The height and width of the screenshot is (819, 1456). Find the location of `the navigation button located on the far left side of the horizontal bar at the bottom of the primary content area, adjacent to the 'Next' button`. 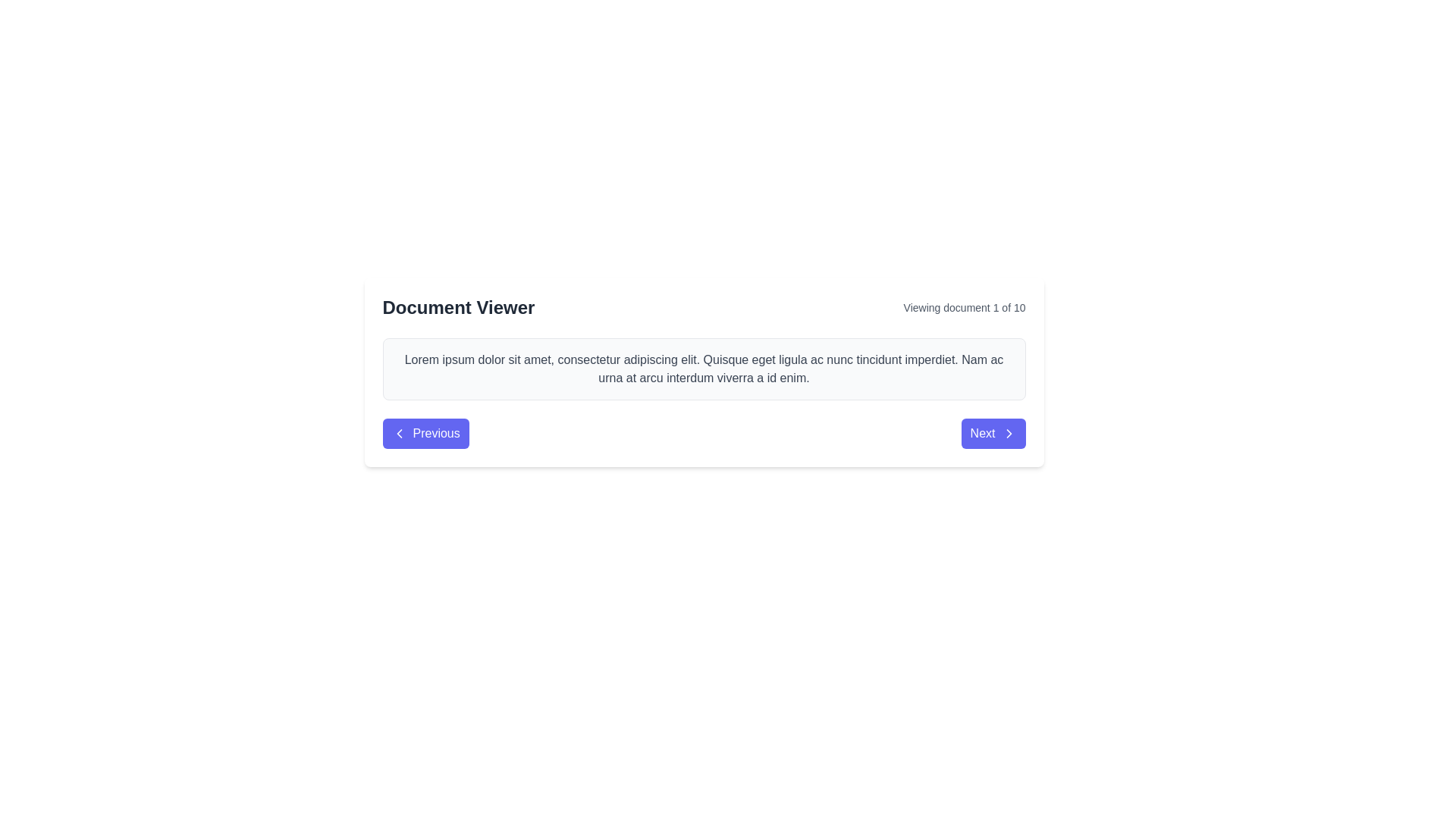

the navigation button located on the far left side of the horizontal bar at the bottom of the primary content area, adjacent to the 'Next' button is located at coordinates (425, 433).